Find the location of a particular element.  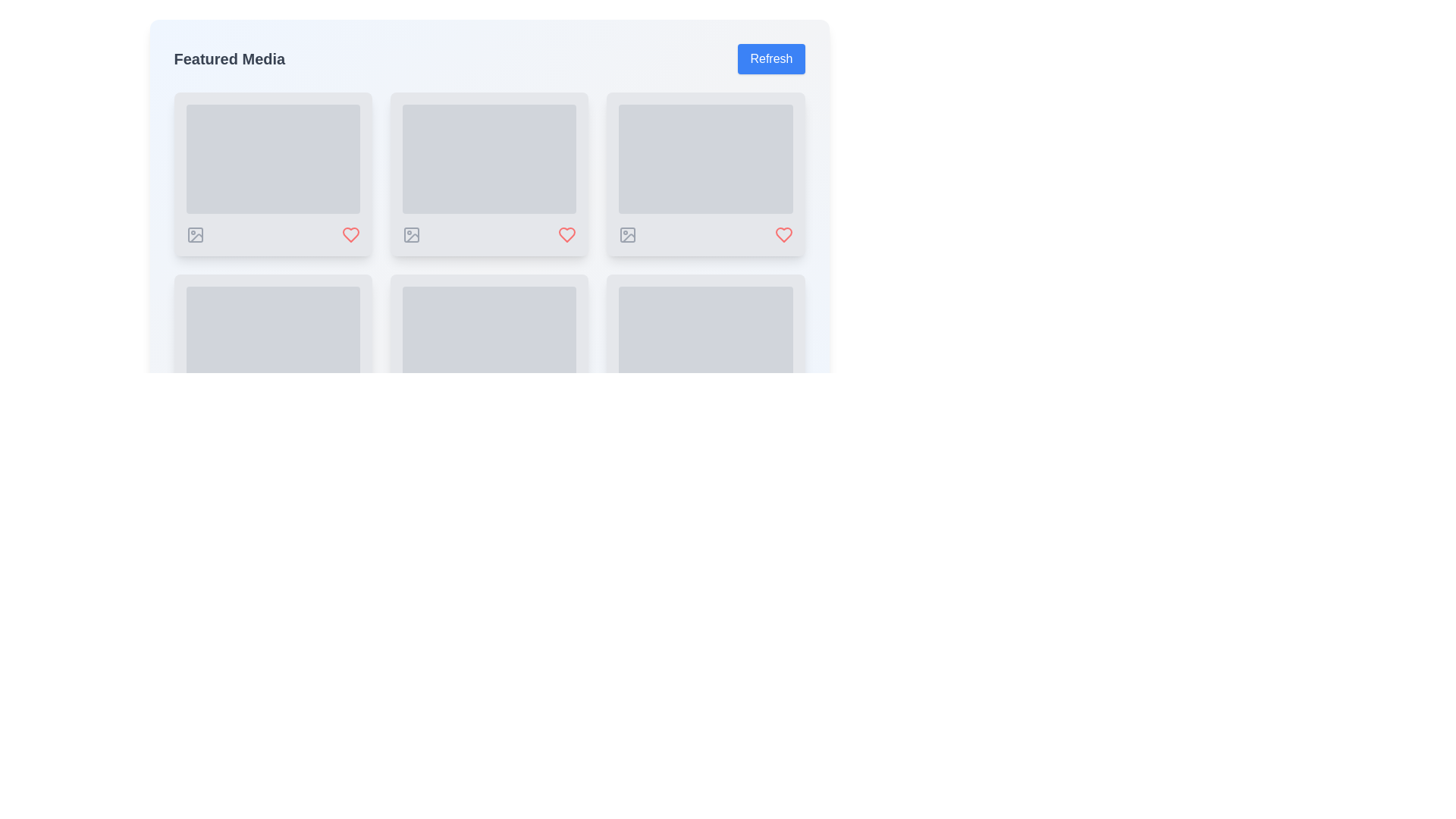

the Skeleton Loader element located in the top-left corner of the first card in the grid layout, which serves as a placeholder for loading content is located at coordinates (273, 158).